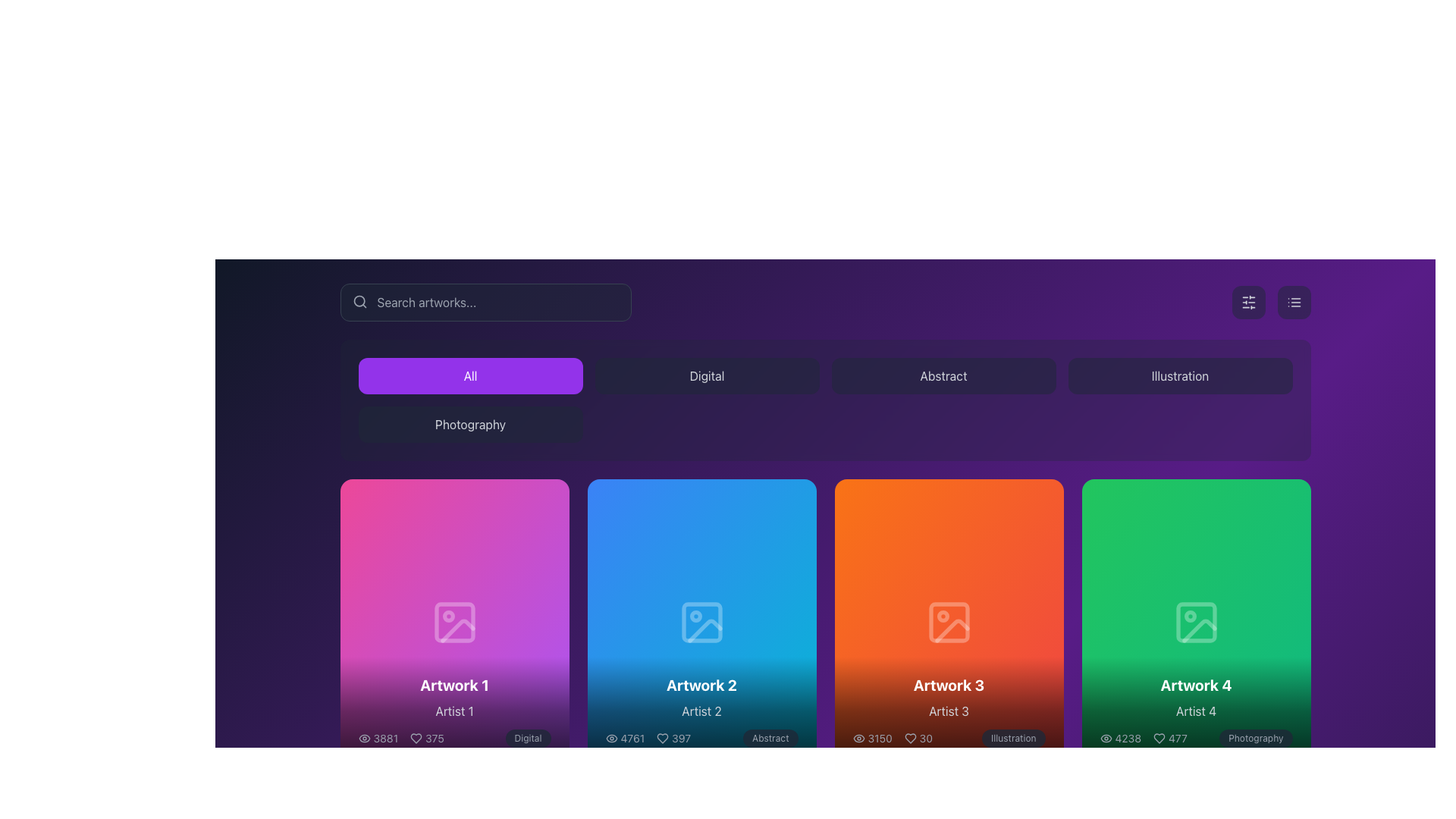 This screenshot has width=1456, height=819. Describe the element at coordinates (858, 737) in the screenshot. I see `the eye-shaped icon positioned to the left of the text '3150', which indicates the view count for 'Artwork 3'` at that location.